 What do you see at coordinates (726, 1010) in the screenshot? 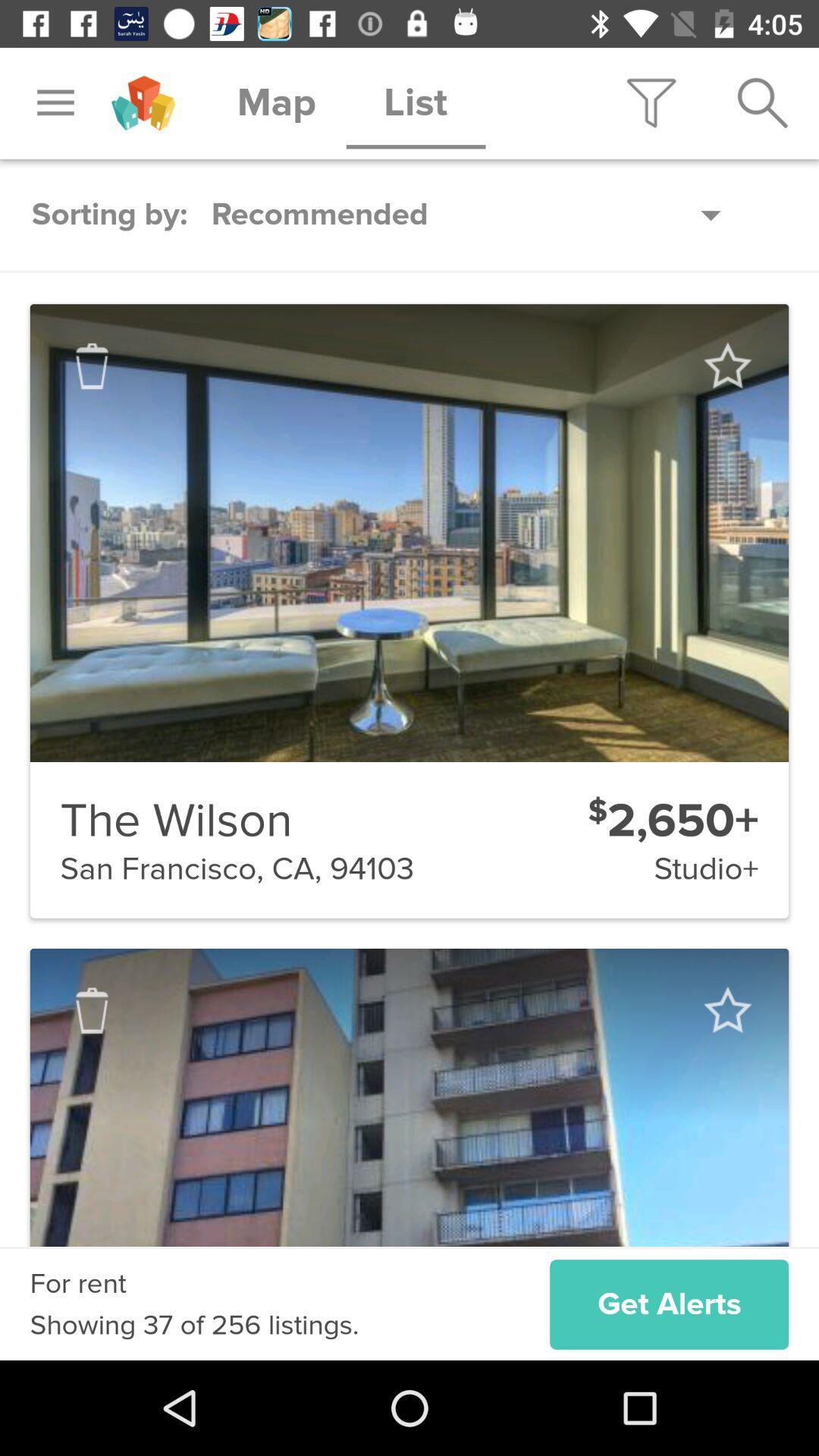
I see `to favorites` at bounding box center [726, 1010].